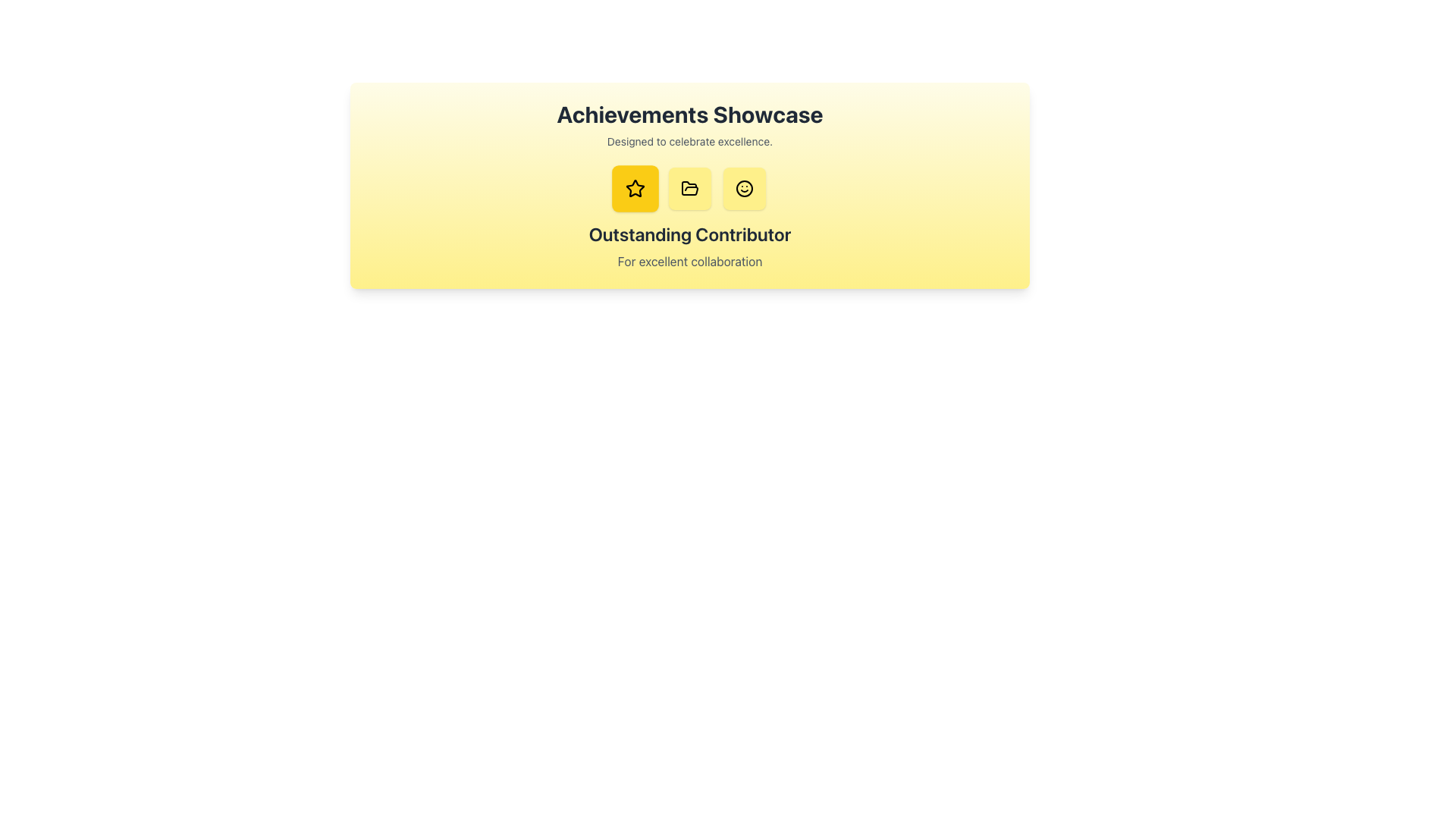 The height and width of the screenshot is (819, 1456). Describe the element at coordinates (689, 141) in the screenshot. I see `the descriptive subtitle element located directly below the heading 'Achievements Showcase', which provides additional context or information` at that location.